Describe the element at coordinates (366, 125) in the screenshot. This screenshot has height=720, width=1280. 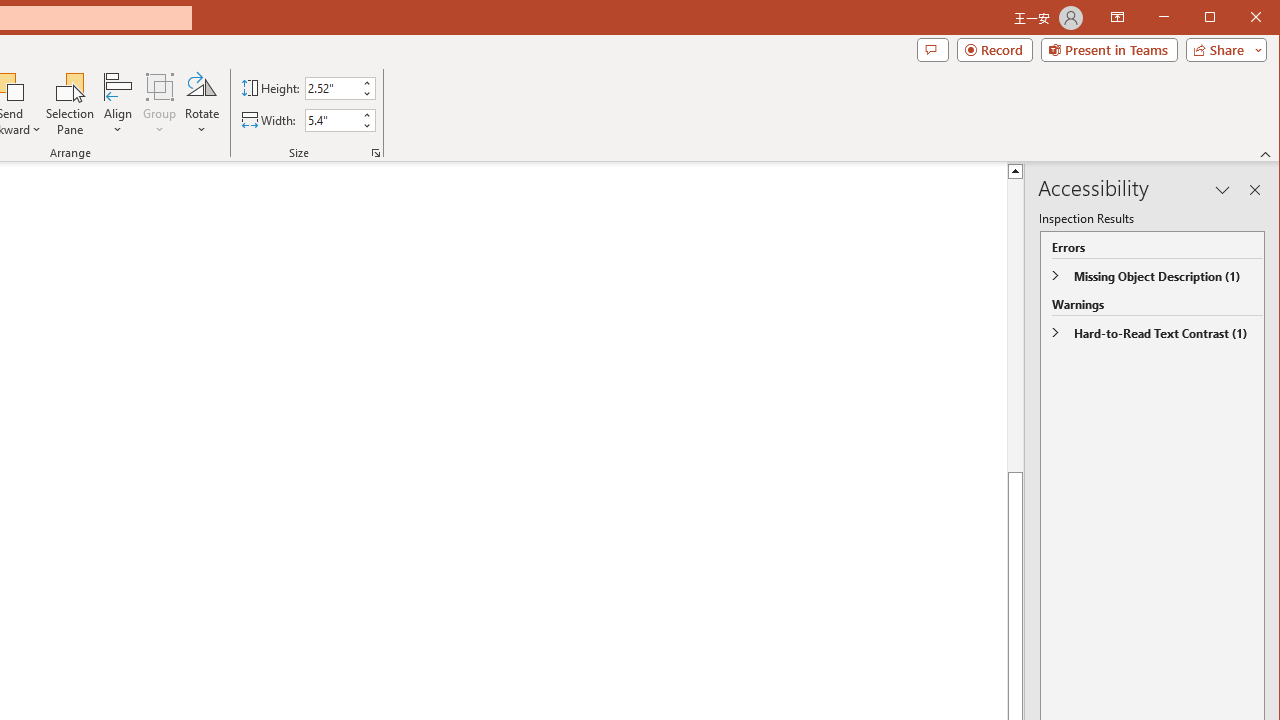
I see `'Less'` at that location.